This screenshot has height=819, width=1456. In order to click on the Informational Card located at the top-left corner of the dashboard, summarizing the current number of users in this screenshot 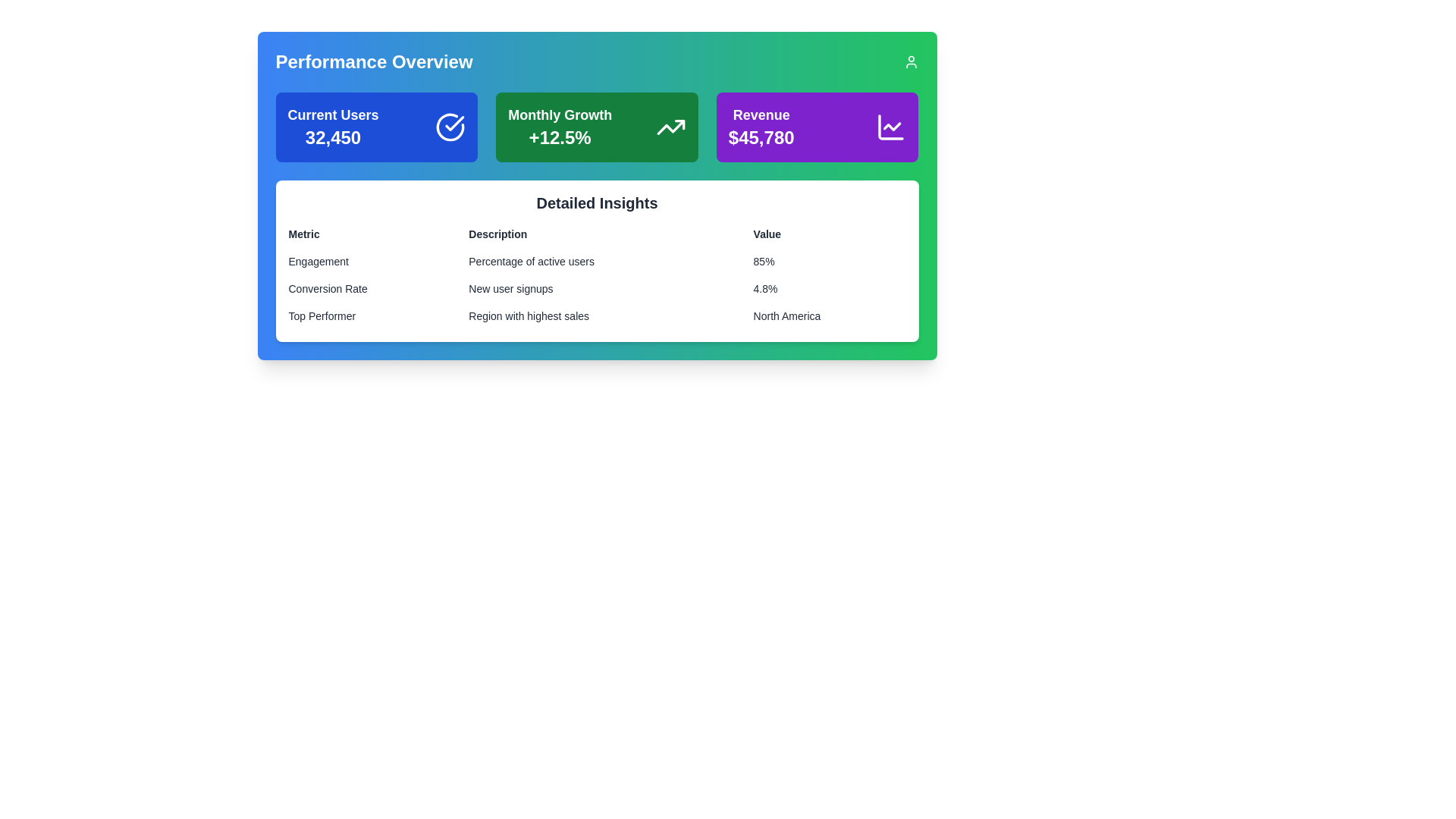, I will do `click(376, 127)`.